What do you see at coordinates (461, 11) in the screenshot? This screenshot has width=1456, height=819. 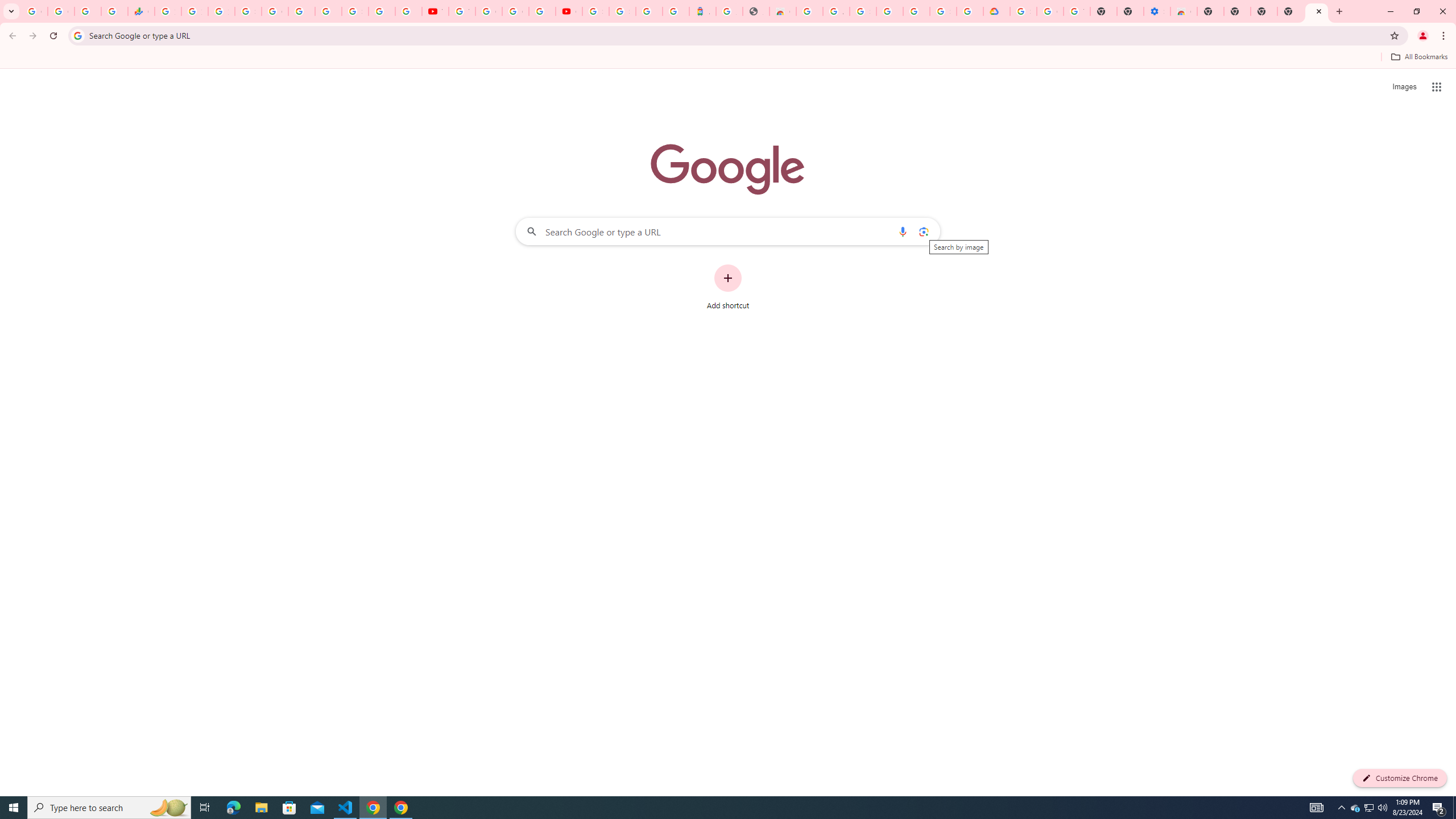 I see `'YouTube'` at bounding box center [461, 11].